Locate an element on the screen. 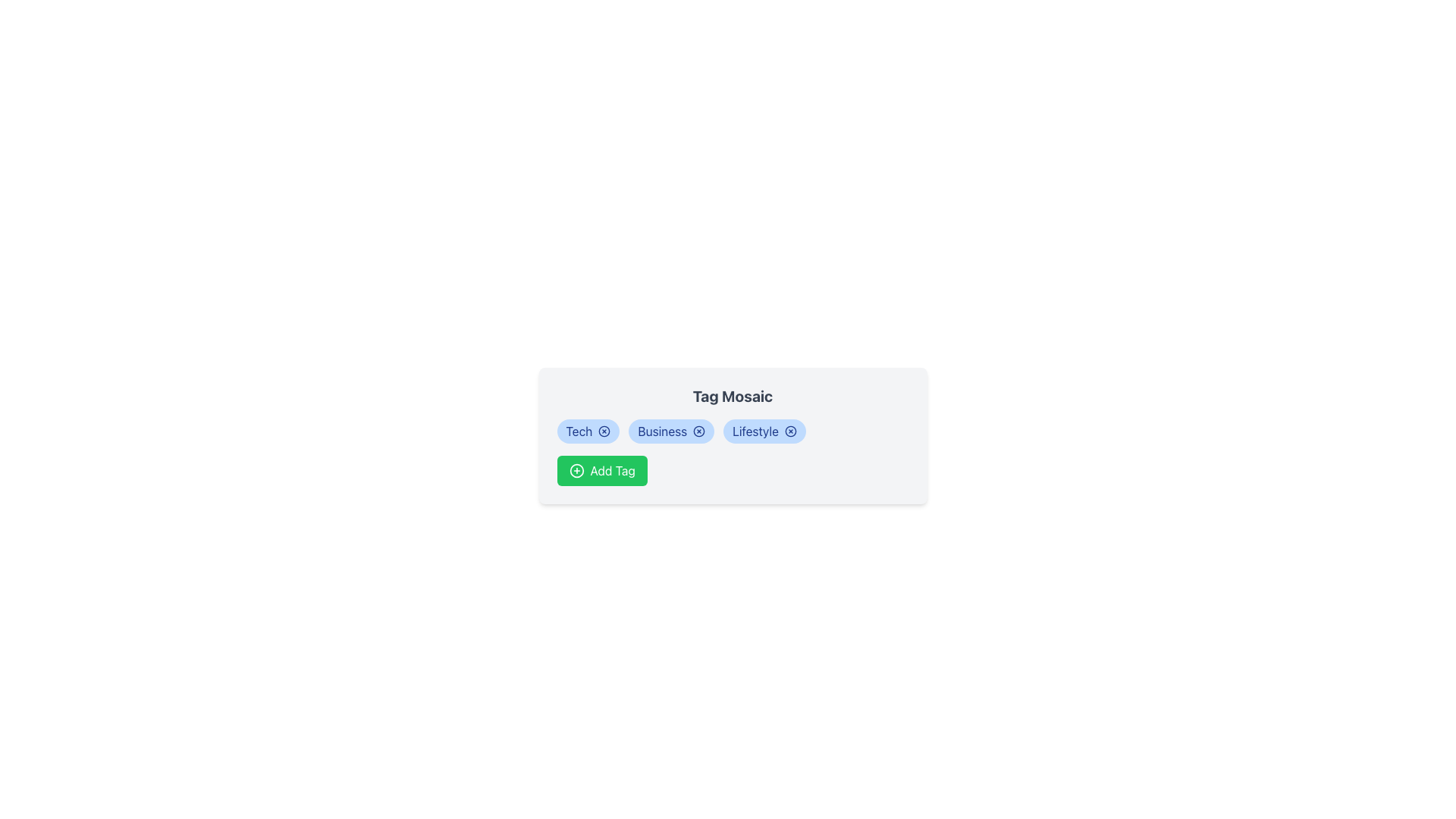 This screenshot has width=1456, height=819. a tag from the Tag list, which features light blue background and blue text is located at coordinates (733, 431).